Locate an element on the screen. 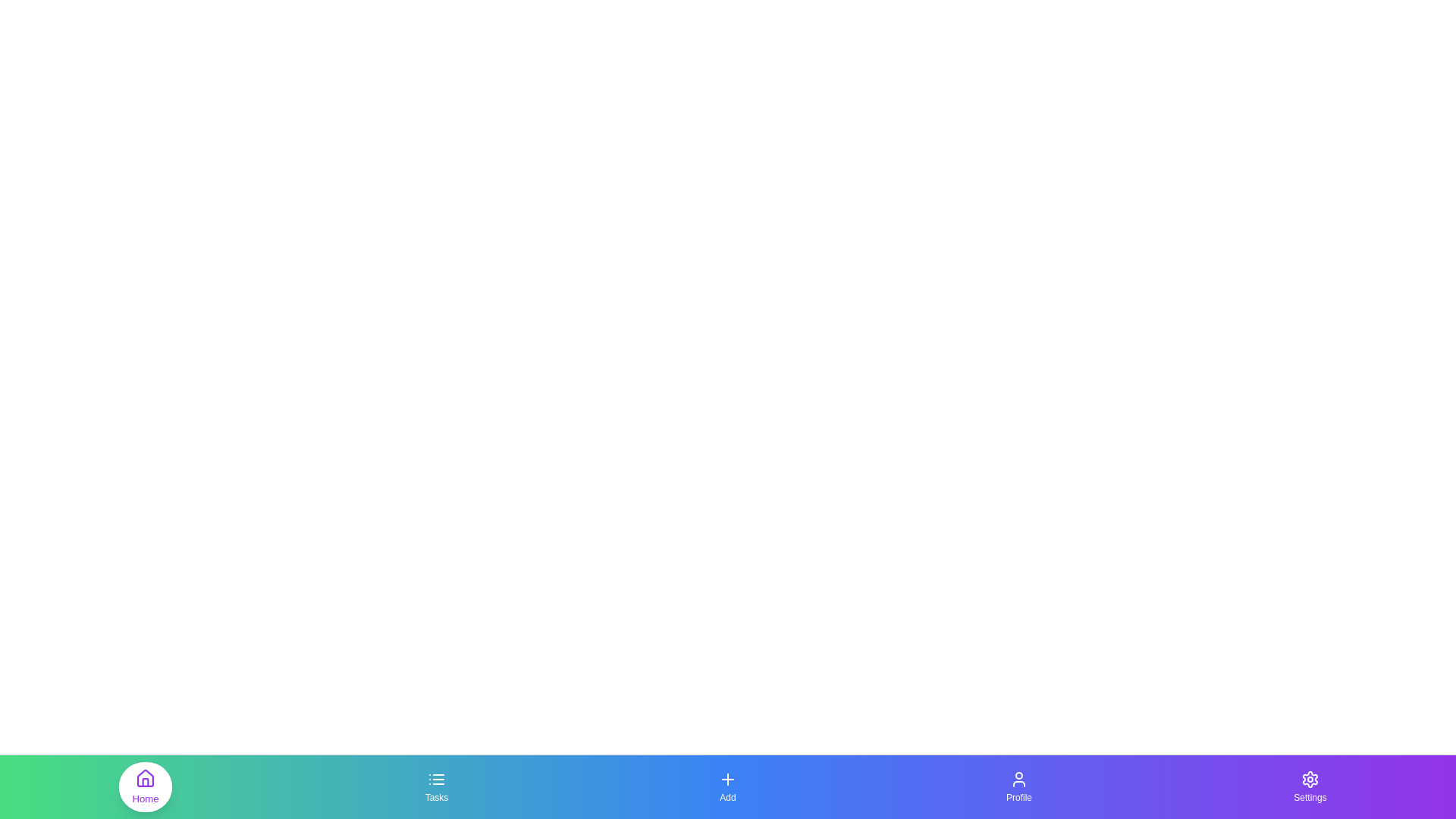 The width and height of the screenshot is (1456, 819). the Tasks navigation tab to change the active section is located at coordinates (436, 786).